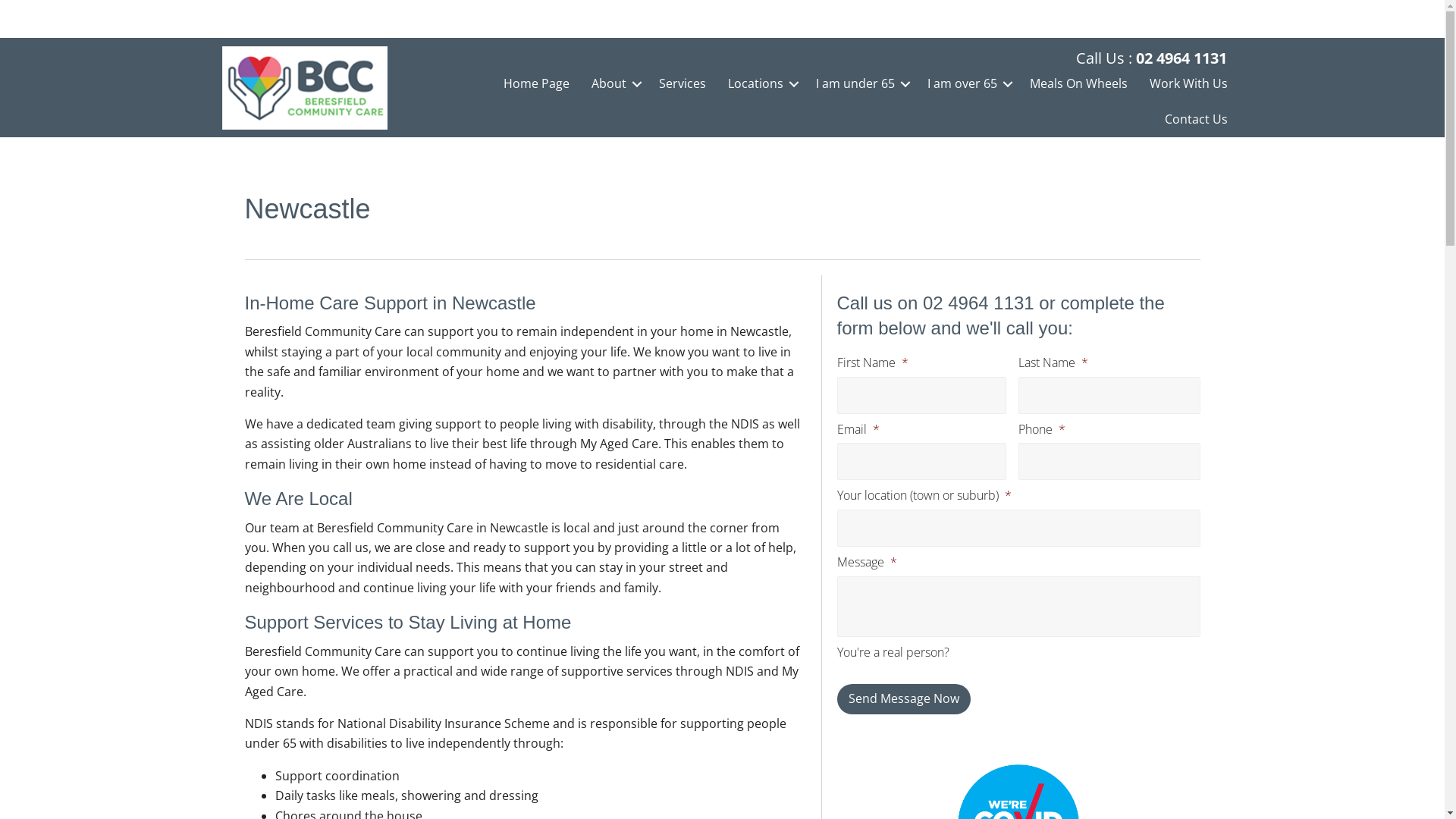 The width and height of the screenshot is (1456, 819). Describe the element at coordinates (967, 83) in the screenshot. I see `'I am over 65'` at that location.